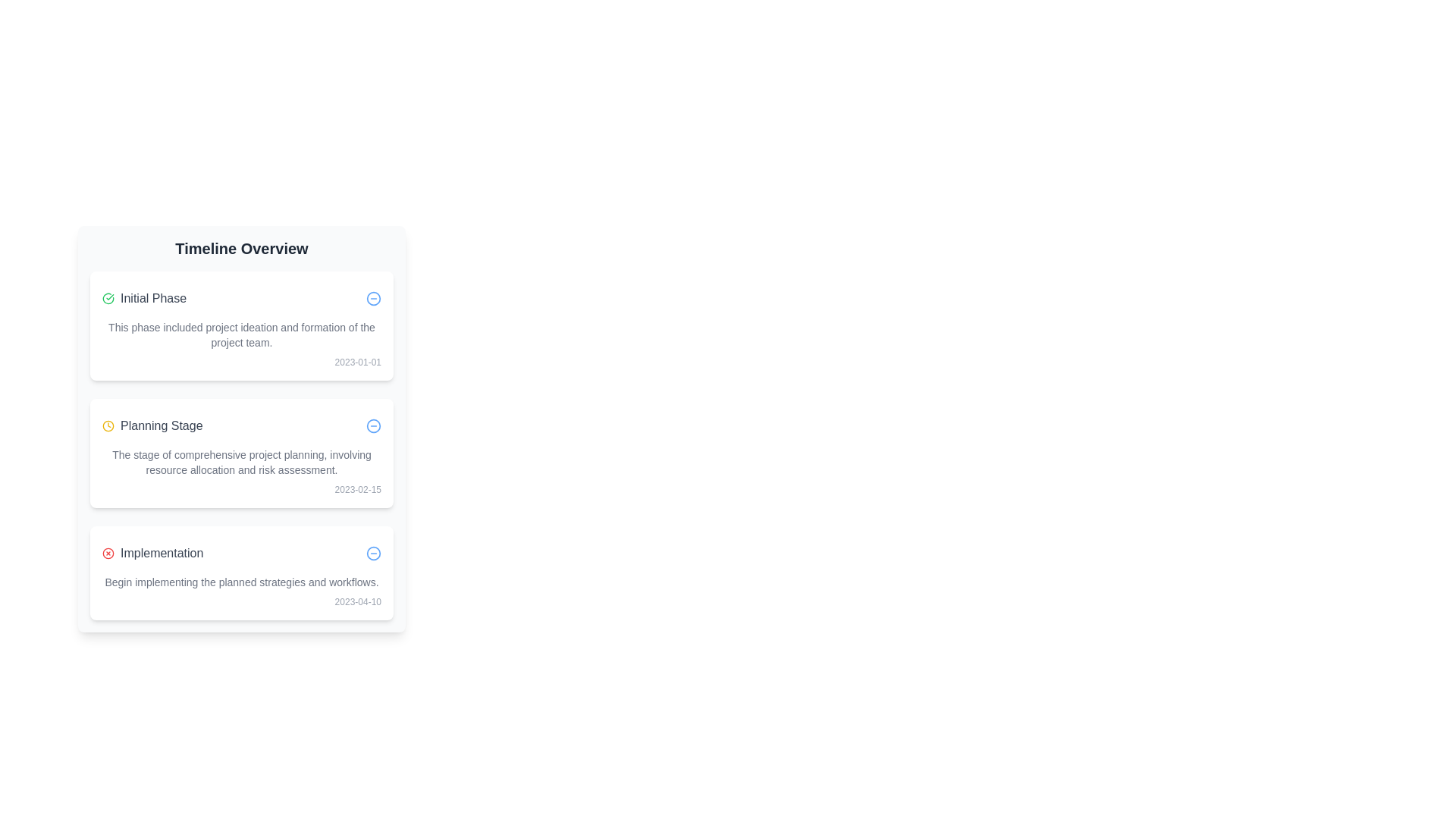  What do you see at coordinates (240, 573) in the screenshot?
I see `the content card titled 'Implementation'` at bounding box center [240, 573].